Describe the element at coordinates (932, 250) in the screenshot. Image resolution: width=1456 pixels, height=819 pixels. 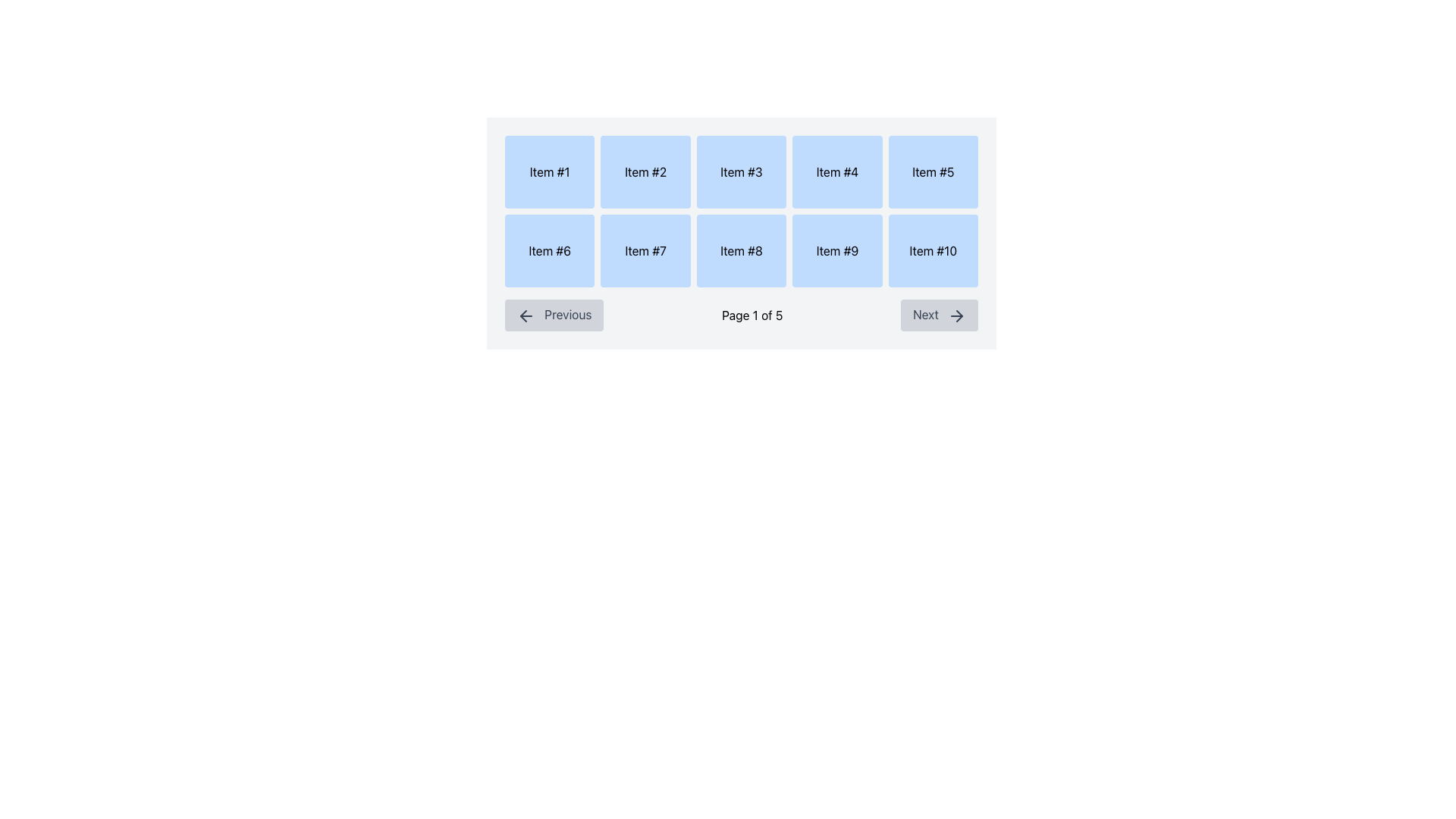
I see `the button-like element labeled 'Item #10'` at that location.